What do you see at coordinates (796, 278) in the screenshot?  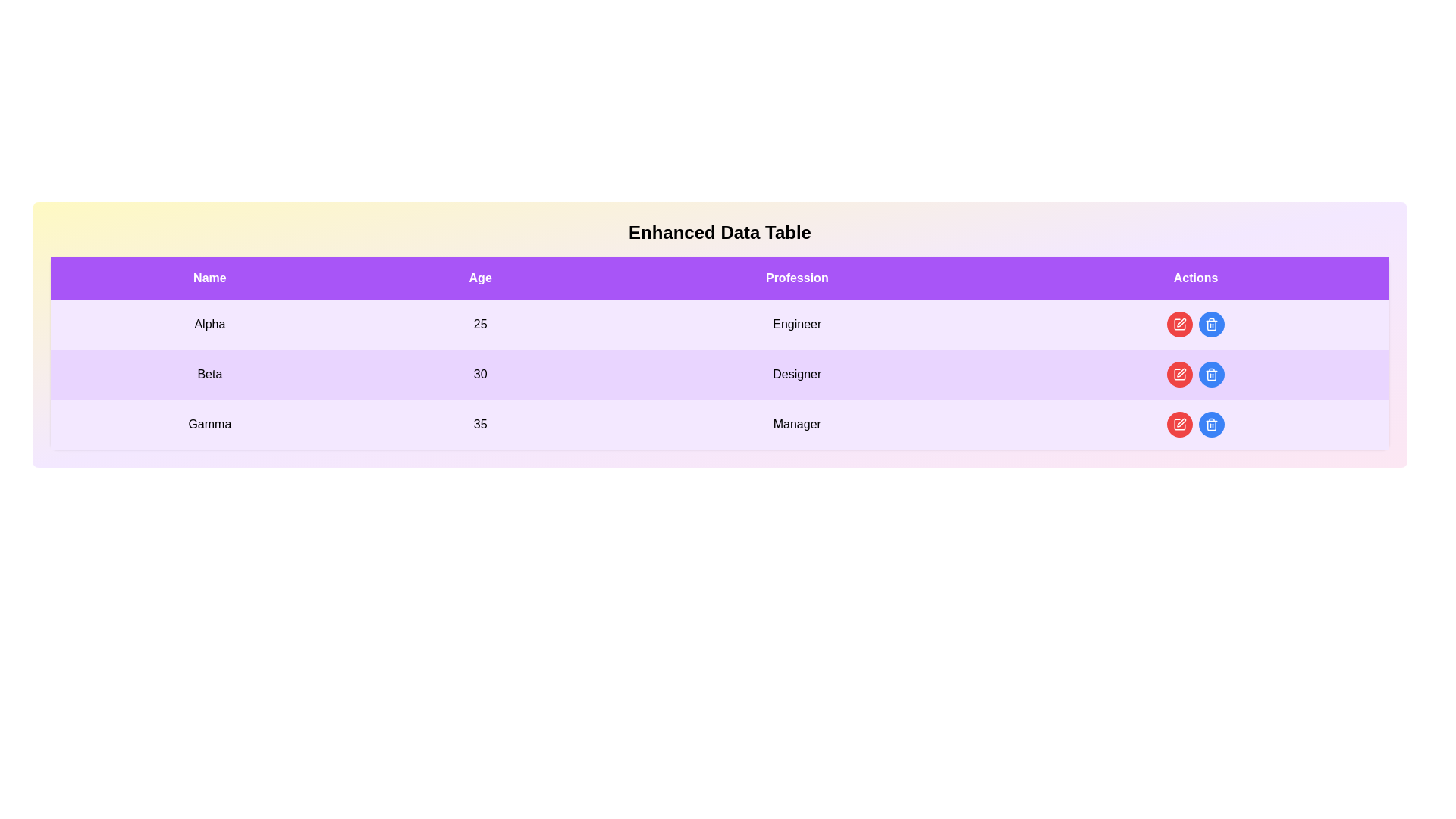 I see `the Profession header to sort the table by that column` at bounding box center [796, 278].